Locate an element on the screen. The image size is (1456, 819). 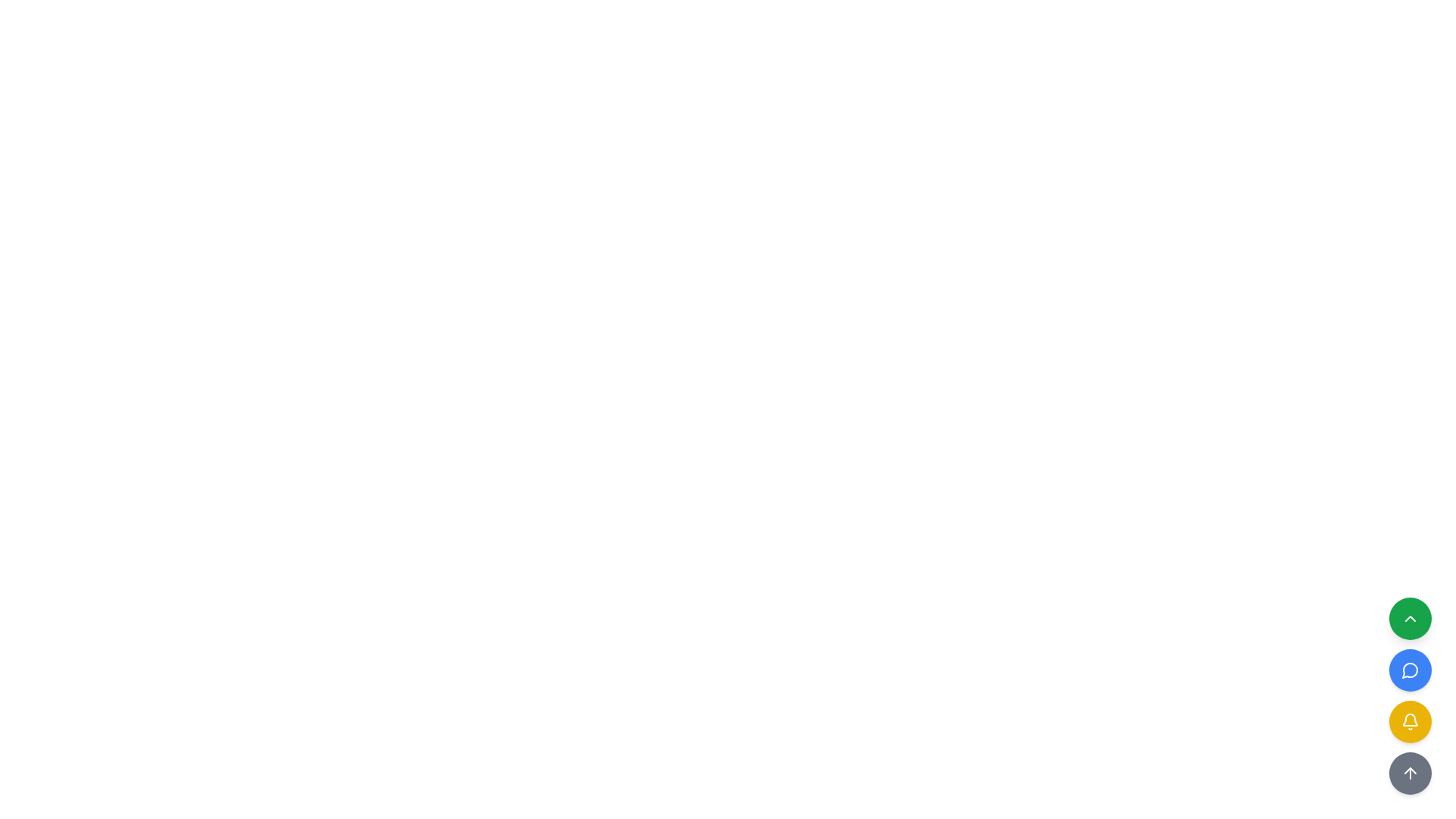
the button with an upward pointing white arrow icon, which is centrally placed within a circular gray background, to scroll to the top of the page is located at coordinates (1410, 773).